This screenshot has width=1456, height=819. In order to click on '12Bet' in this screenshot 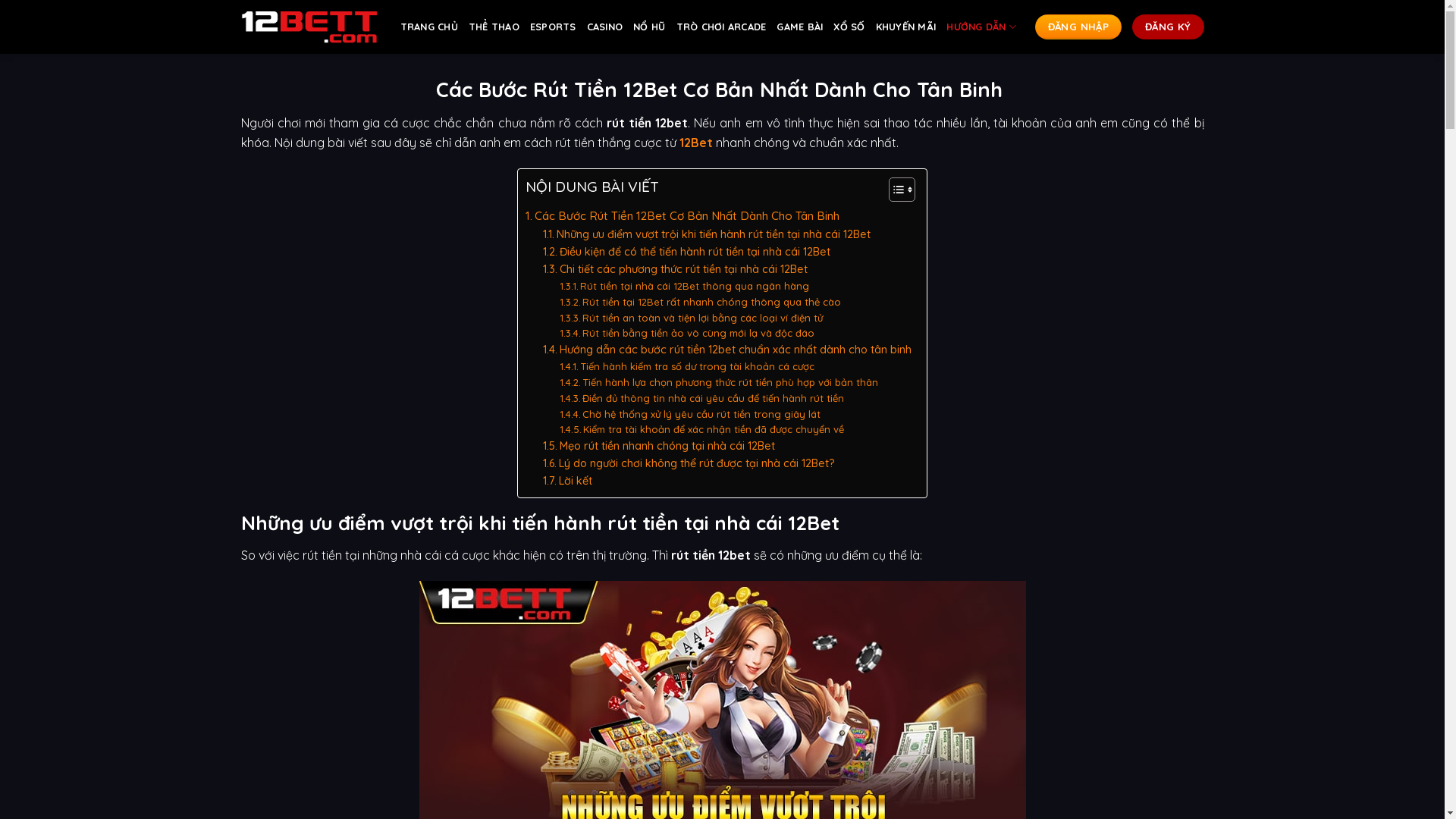, I will do `click(679, 143)`.